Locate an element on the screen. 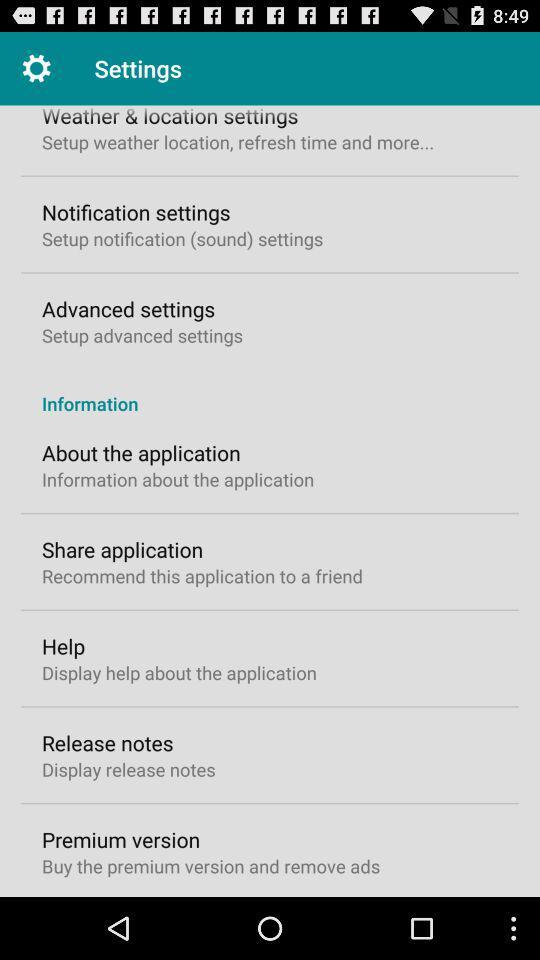 Image resolution: width=540 pixels, height=960 pixels. the share application is located at coordinates (122, 549).